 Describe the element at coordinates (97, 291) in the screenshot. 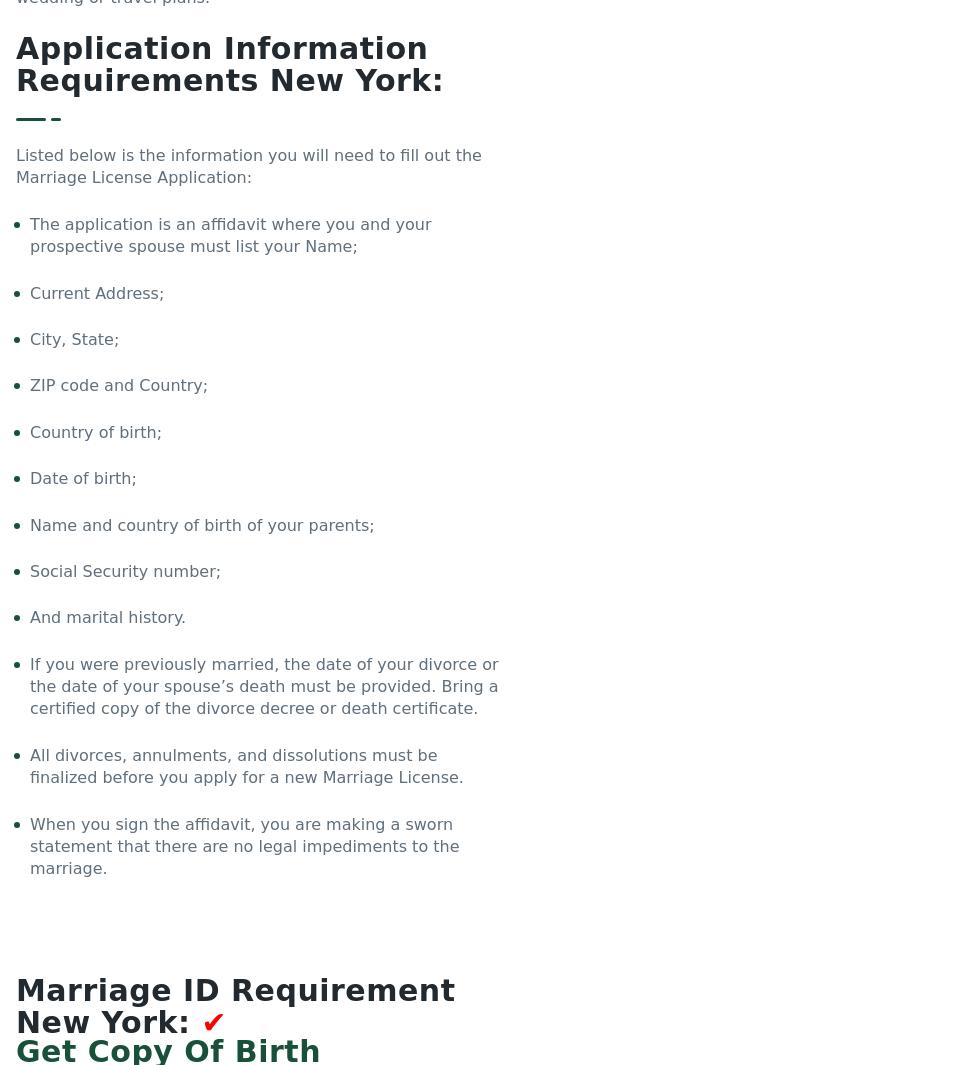

I see `'Current Address;'` at that location.